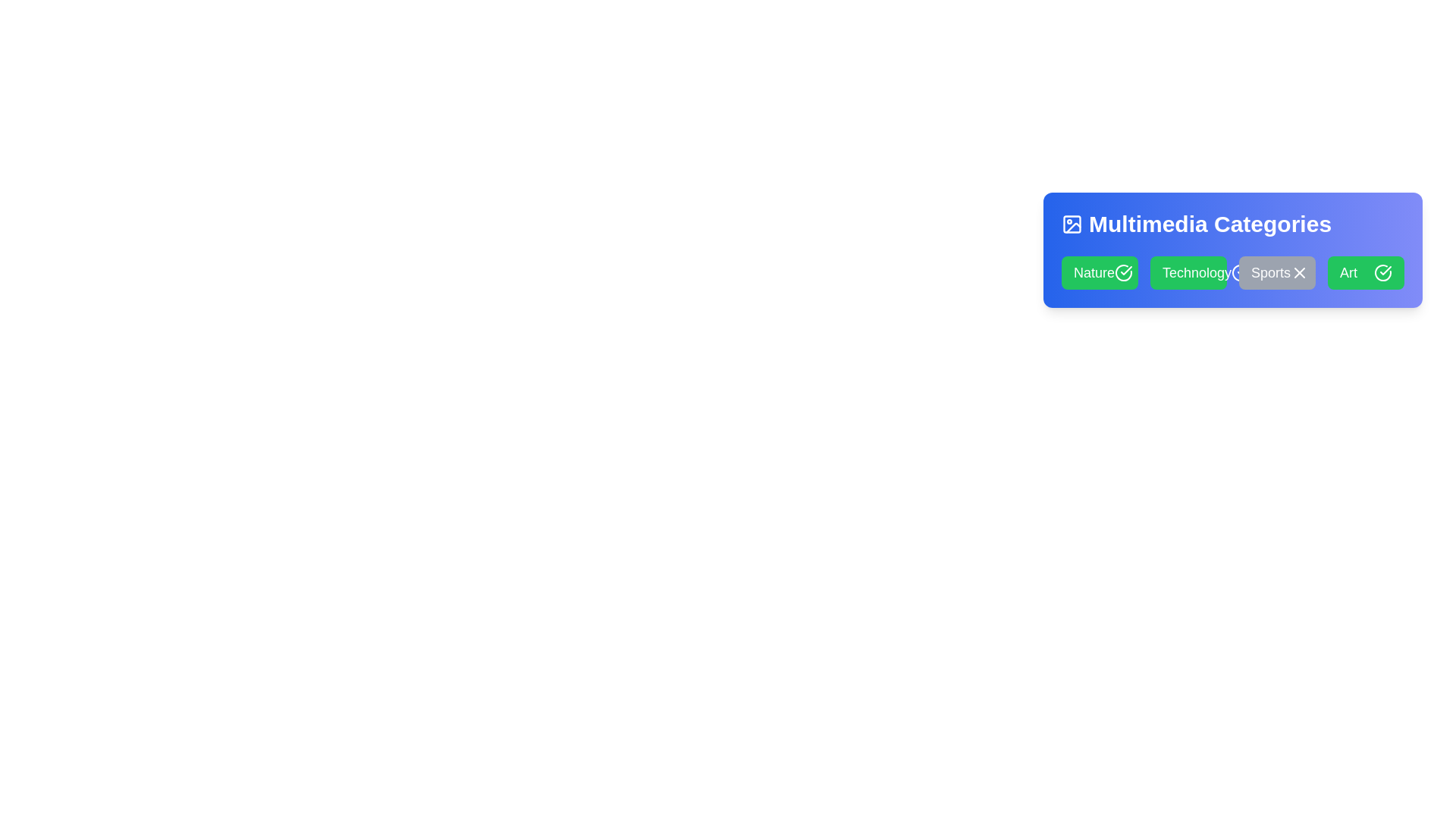 The image size is (1456, 819). Describe the element at coordinates (1276, 271) in the screenshot. I see `the 'Sports' category button` at that location.